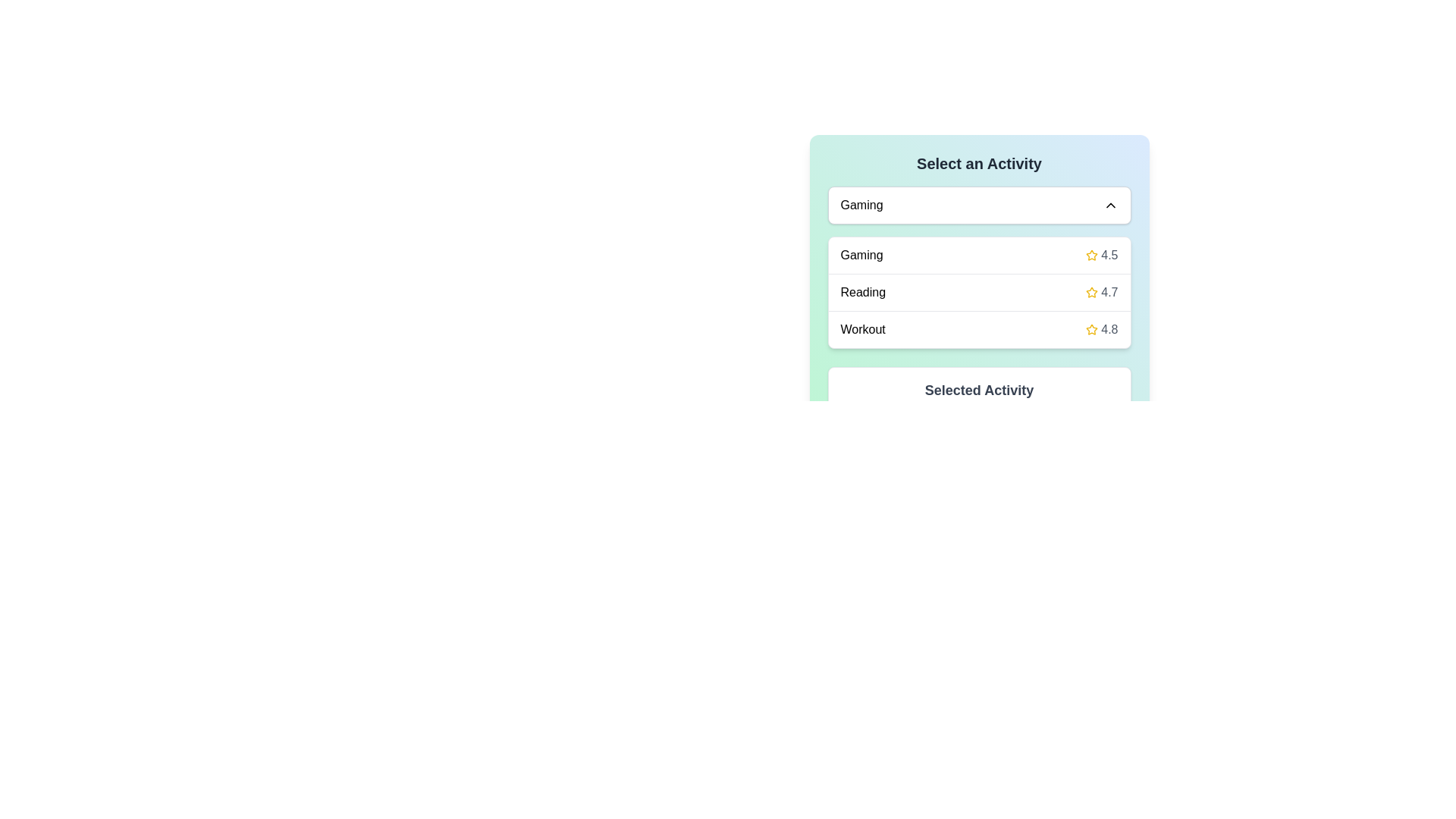 Image resolution: width=1456 pixels, height=819 pixels. I want to click on the Dropdown toggle icon (upward-chevron) located at the far right of the 'Gaming' dropdown menu, so click(1110, 205).